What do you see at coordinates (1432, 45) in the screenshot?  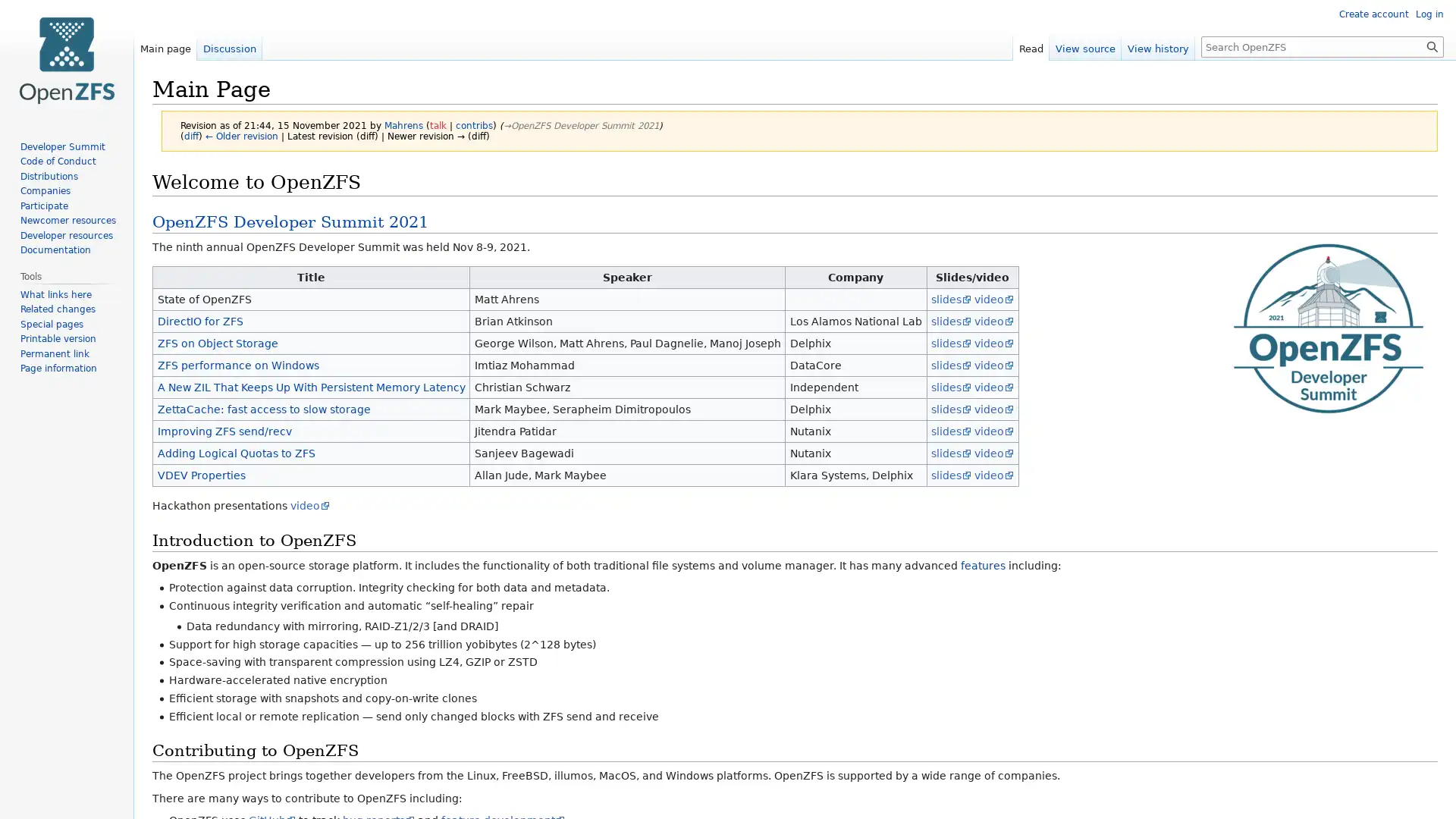 I see `Go` at bounding box center [1432, 45].